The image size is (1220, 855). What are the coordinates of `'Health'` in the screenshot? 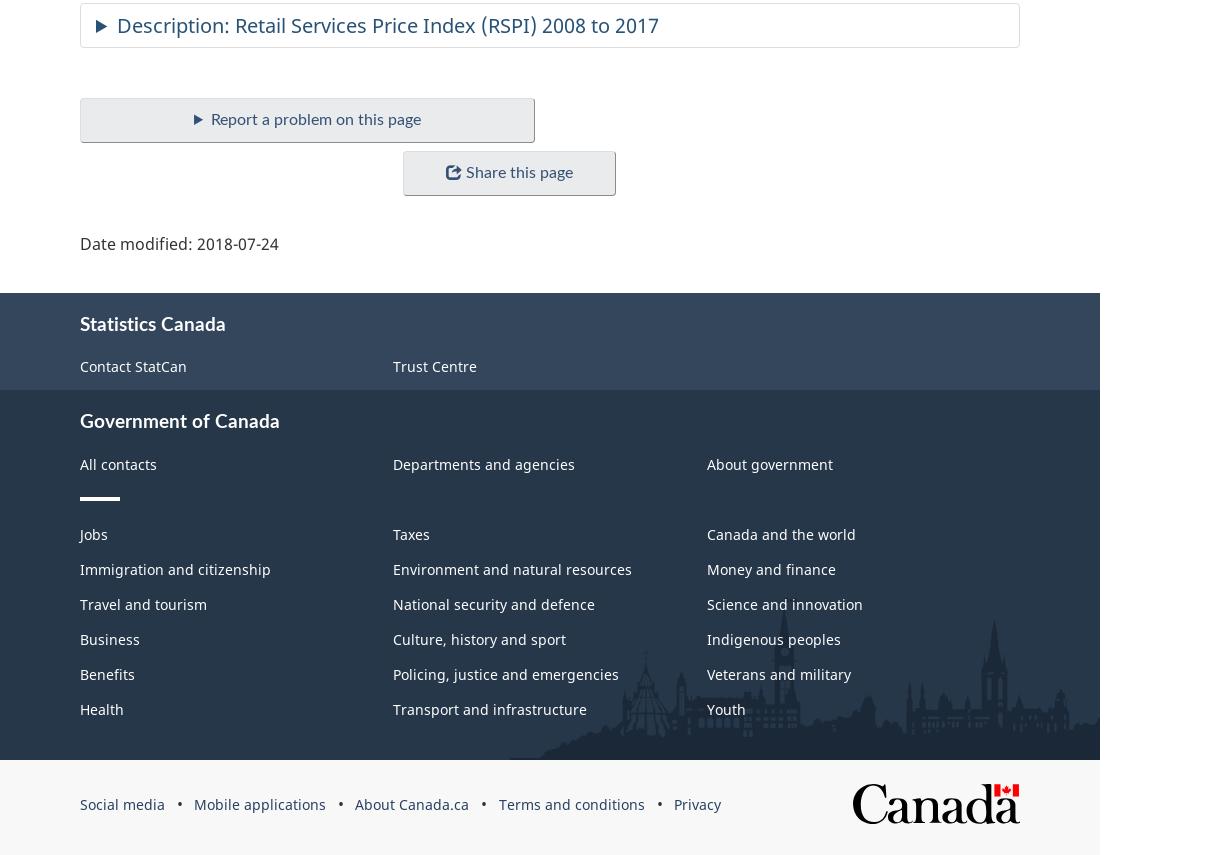 It's located at (79, 707).